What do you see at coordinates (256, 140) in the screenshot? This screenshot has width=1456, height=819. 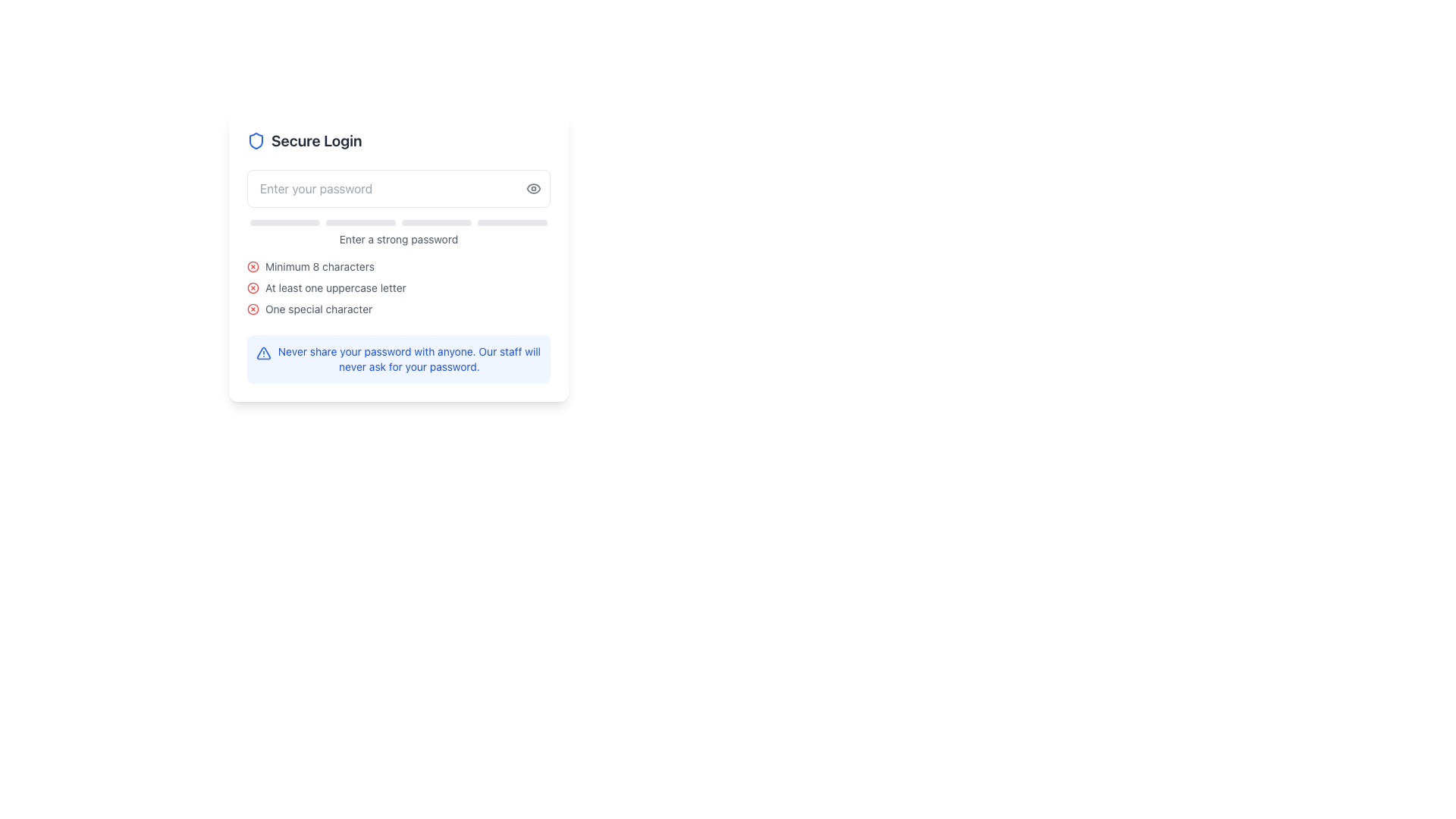 I see `security icon located to the left of the 'Secure Login' text, which serves as a visual indicator of protection` at bounding box center [256, 140].